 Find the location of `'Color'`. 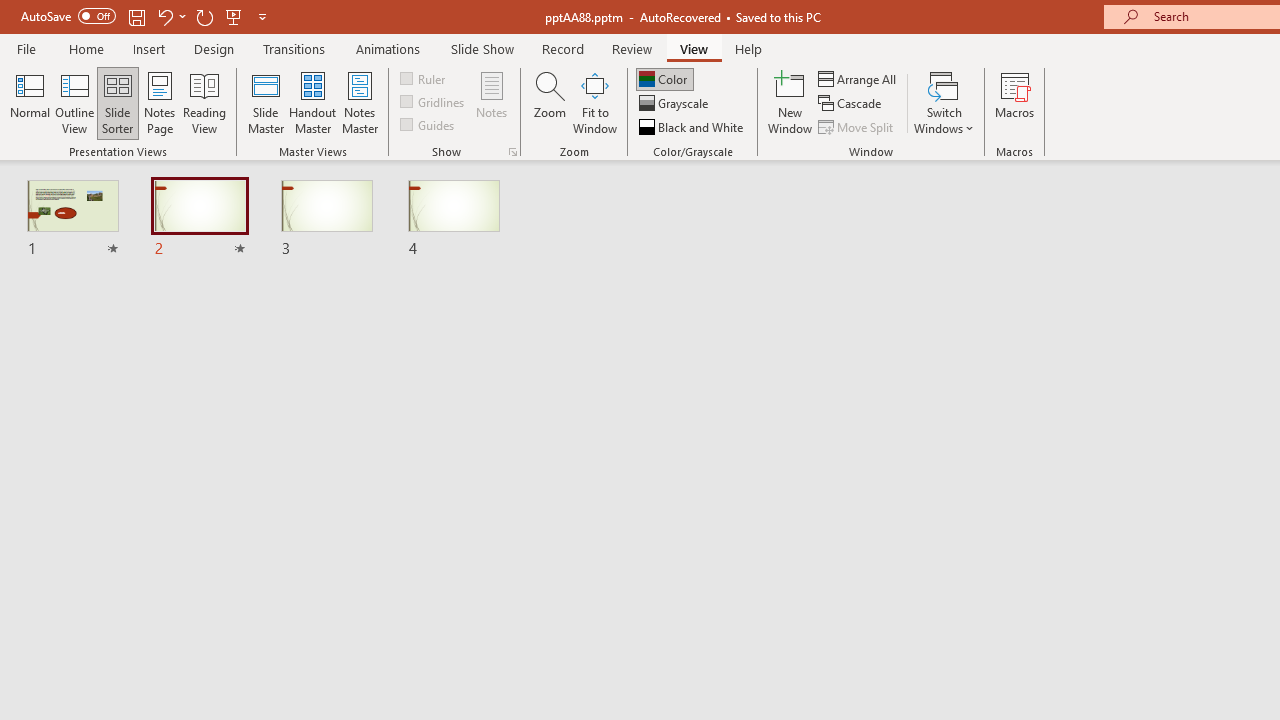

'Color' is located at coordinates (664, 78).